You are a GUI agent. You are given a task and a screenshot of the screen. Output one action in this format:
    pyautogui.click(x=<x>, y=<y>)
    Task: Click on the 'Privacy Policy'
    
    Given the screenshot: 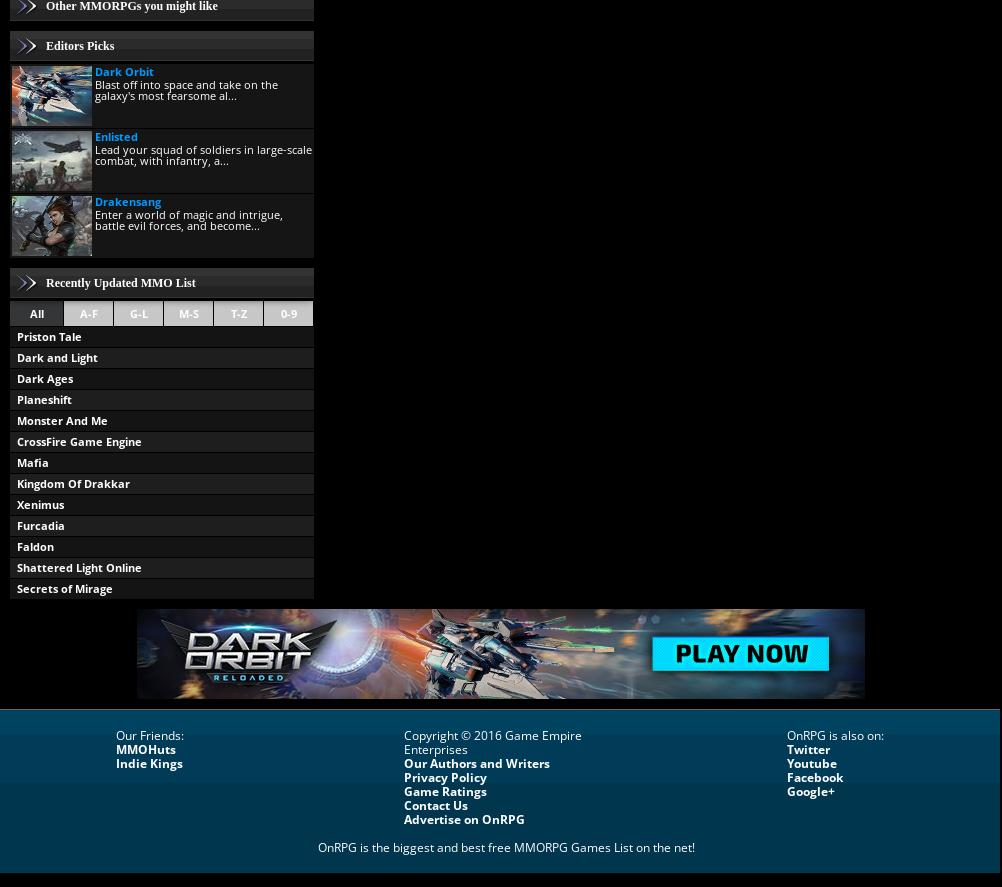 What is the action you would take?
    pyautogui.click(x=444, y=775)
    